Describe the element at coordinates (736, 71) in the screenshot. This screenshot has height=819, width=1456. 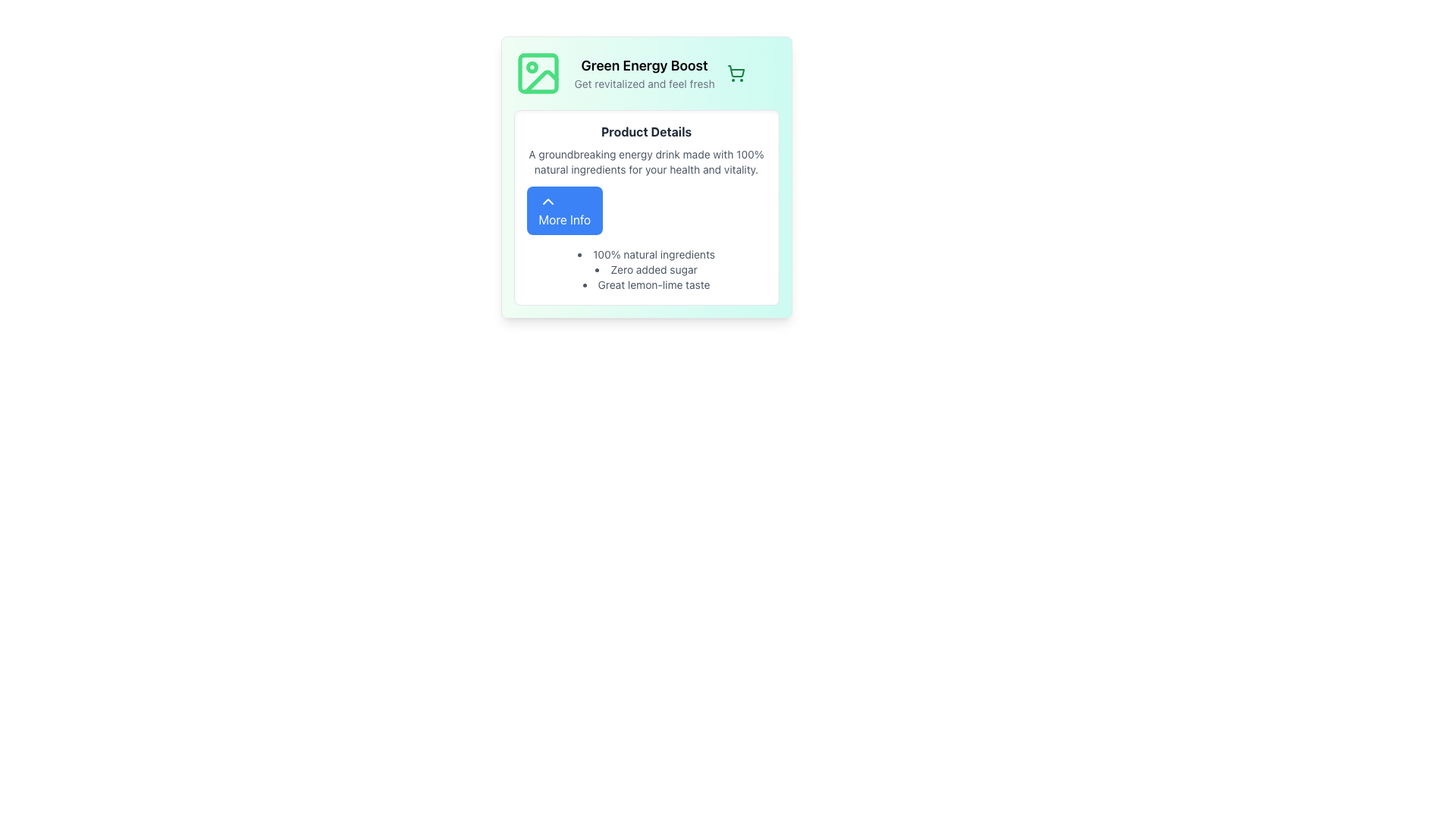
I see `the green outline of the shopping cart icon located in the top right region of the product overview box` at that location.